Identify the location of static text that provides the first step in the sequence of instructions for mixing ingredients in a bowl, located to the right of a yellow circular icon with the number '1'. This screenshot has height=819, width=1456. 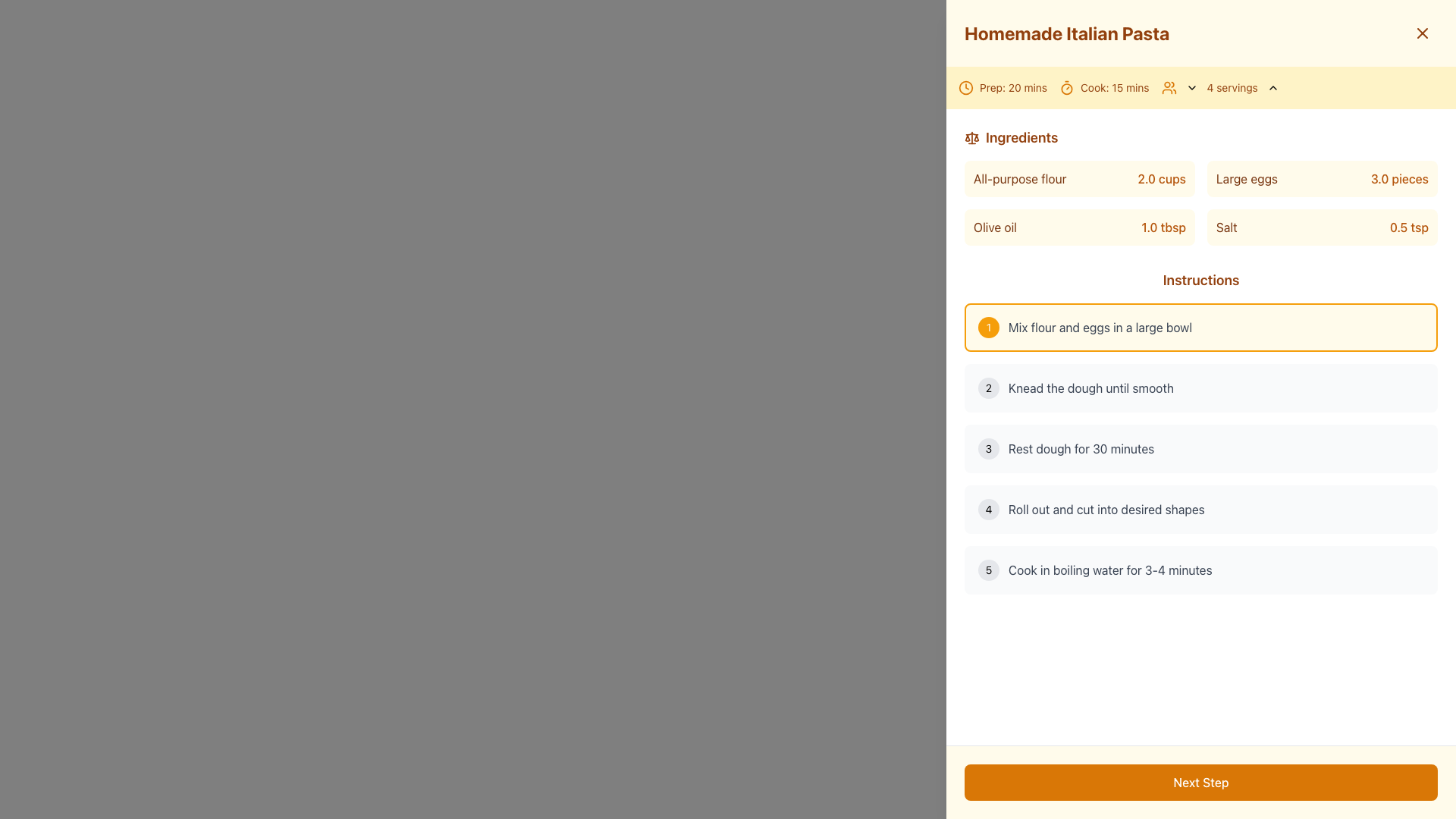
(1100, 327).